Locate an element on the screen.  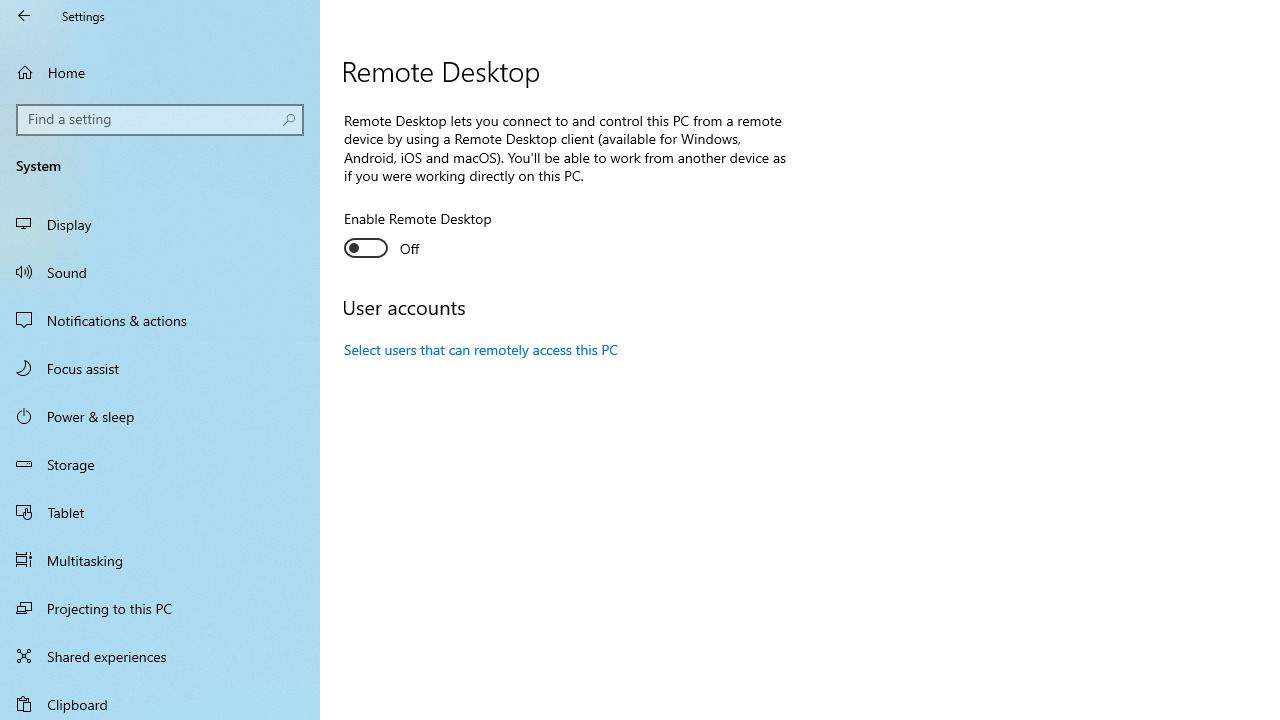
'Multitasking' is located at coordinates (160, 559).